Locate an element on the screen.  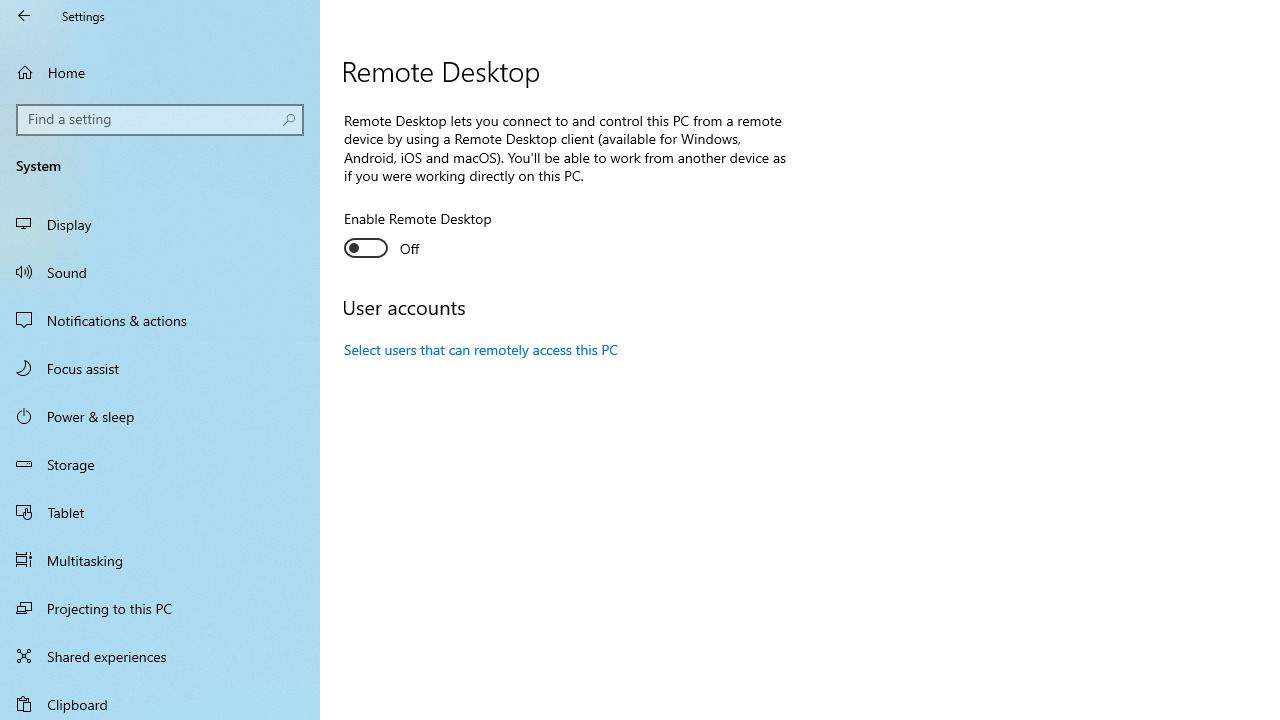
'Multitasking' is located at coordinates (160, 559).